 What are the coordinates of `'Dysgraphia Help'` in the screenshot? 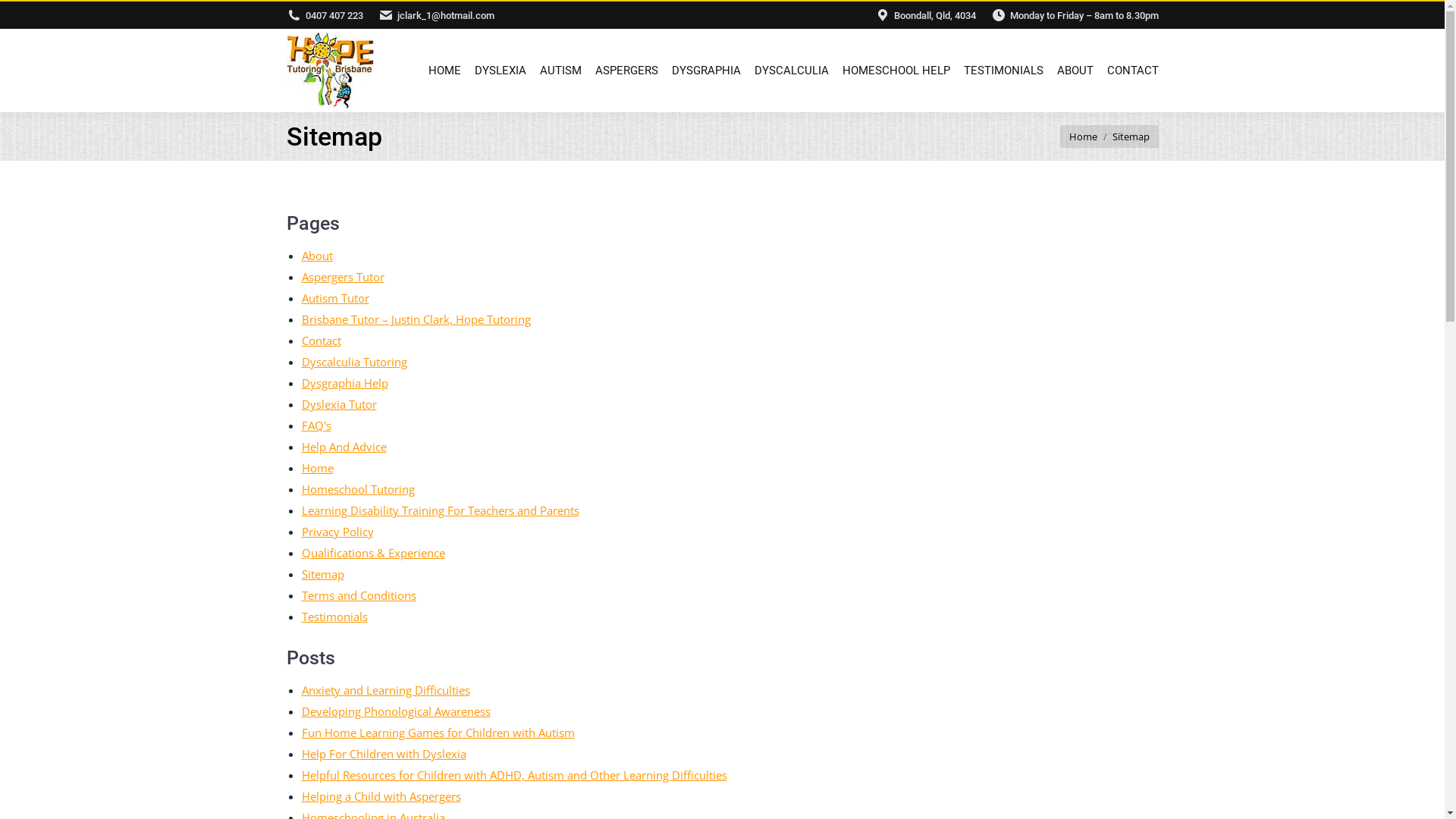 It's located at (344, 382).